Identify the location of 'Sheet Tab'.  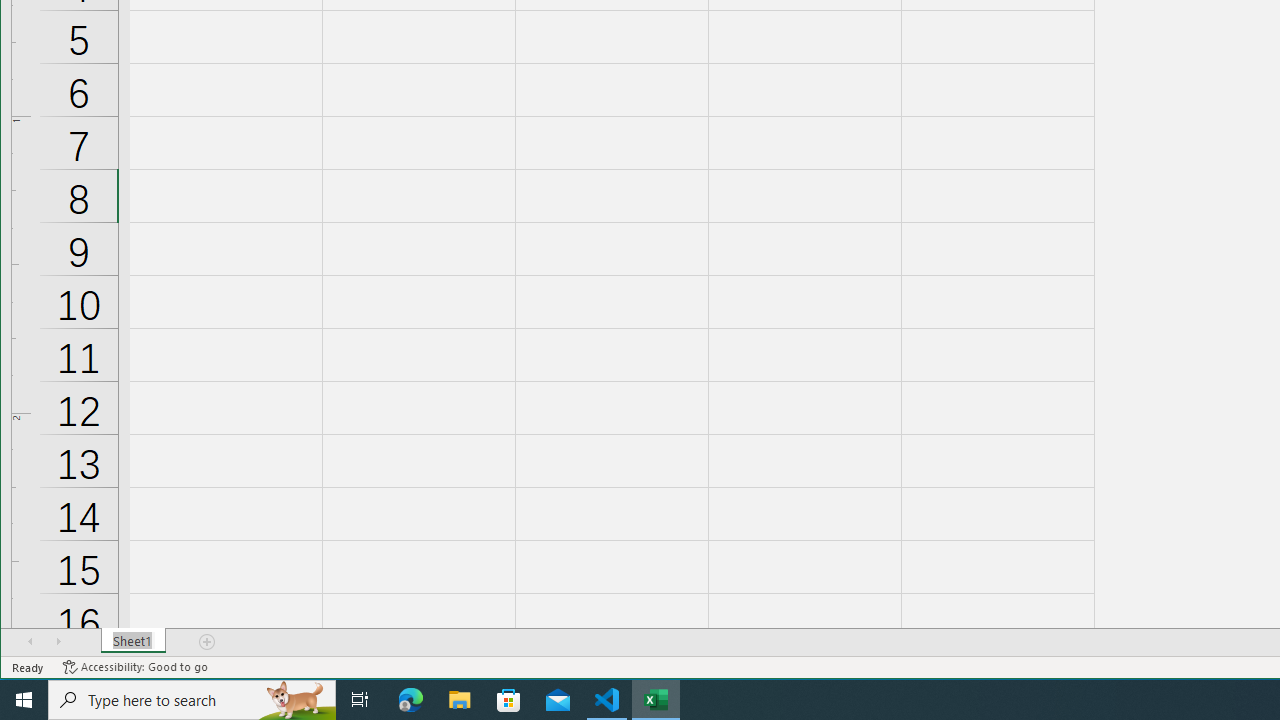
(132, 641).